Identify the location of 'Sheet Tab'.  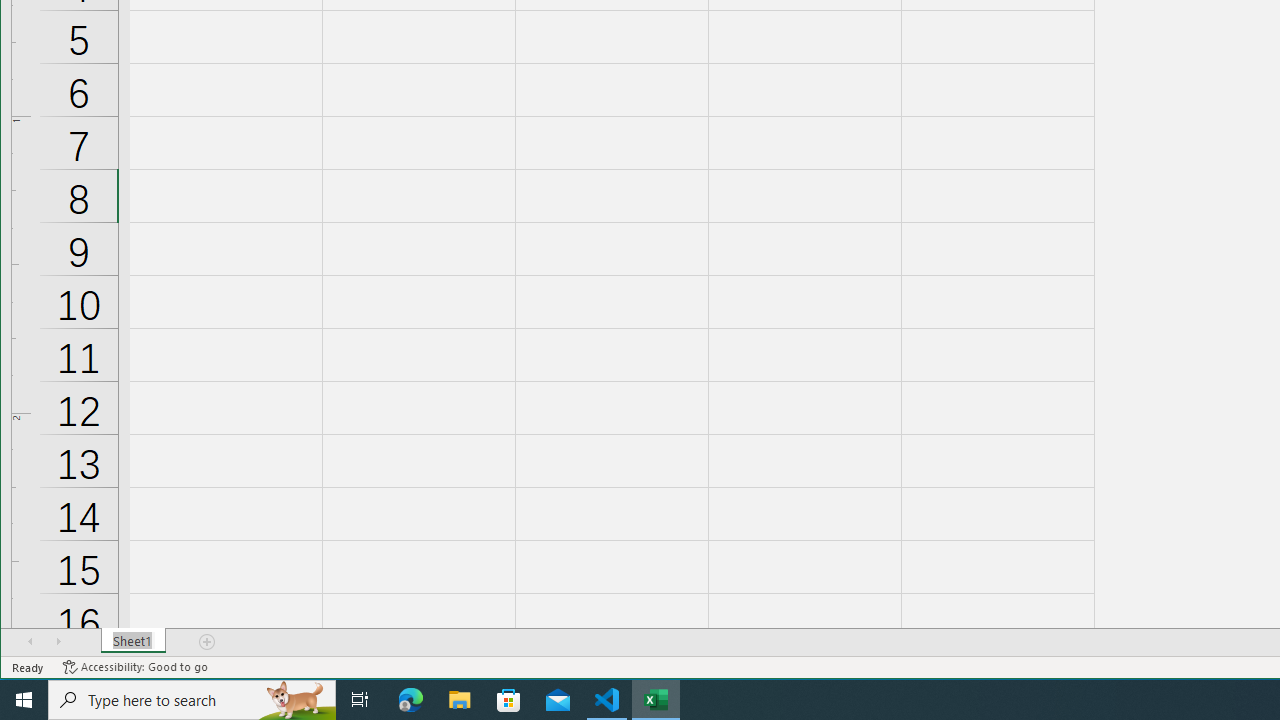
(132, 641).